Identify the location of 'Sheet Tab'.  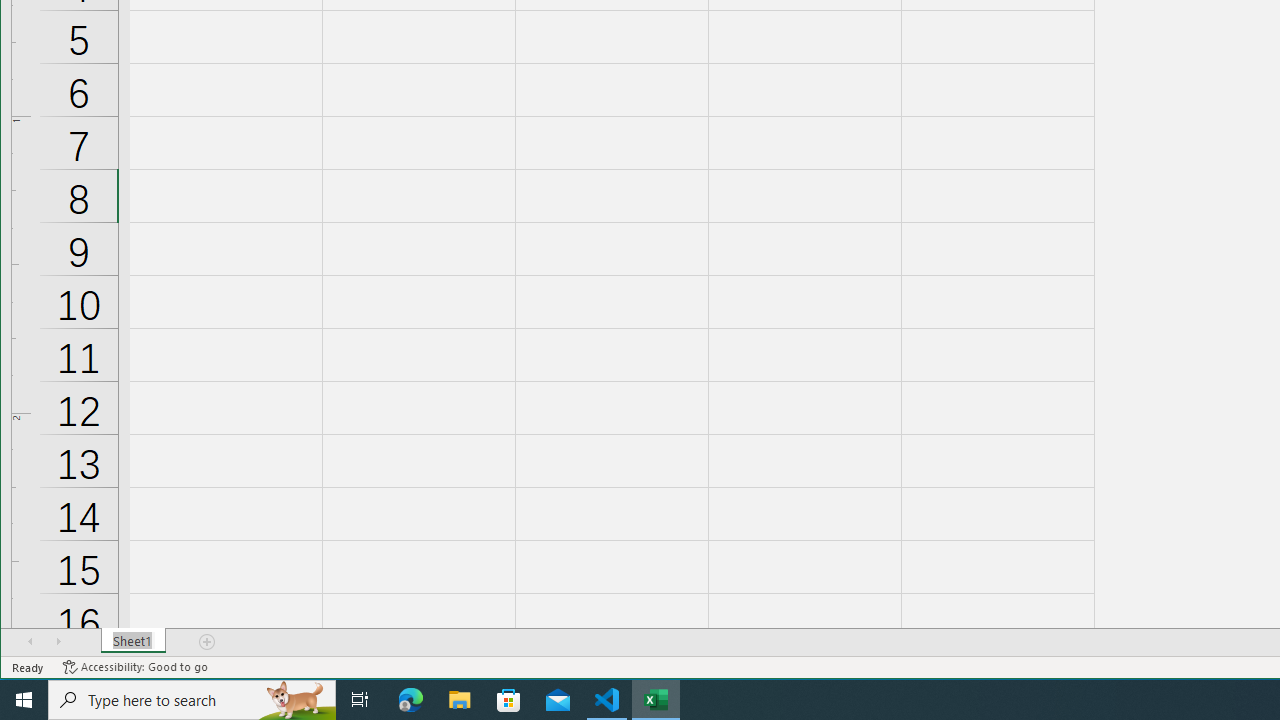
(132, 641).